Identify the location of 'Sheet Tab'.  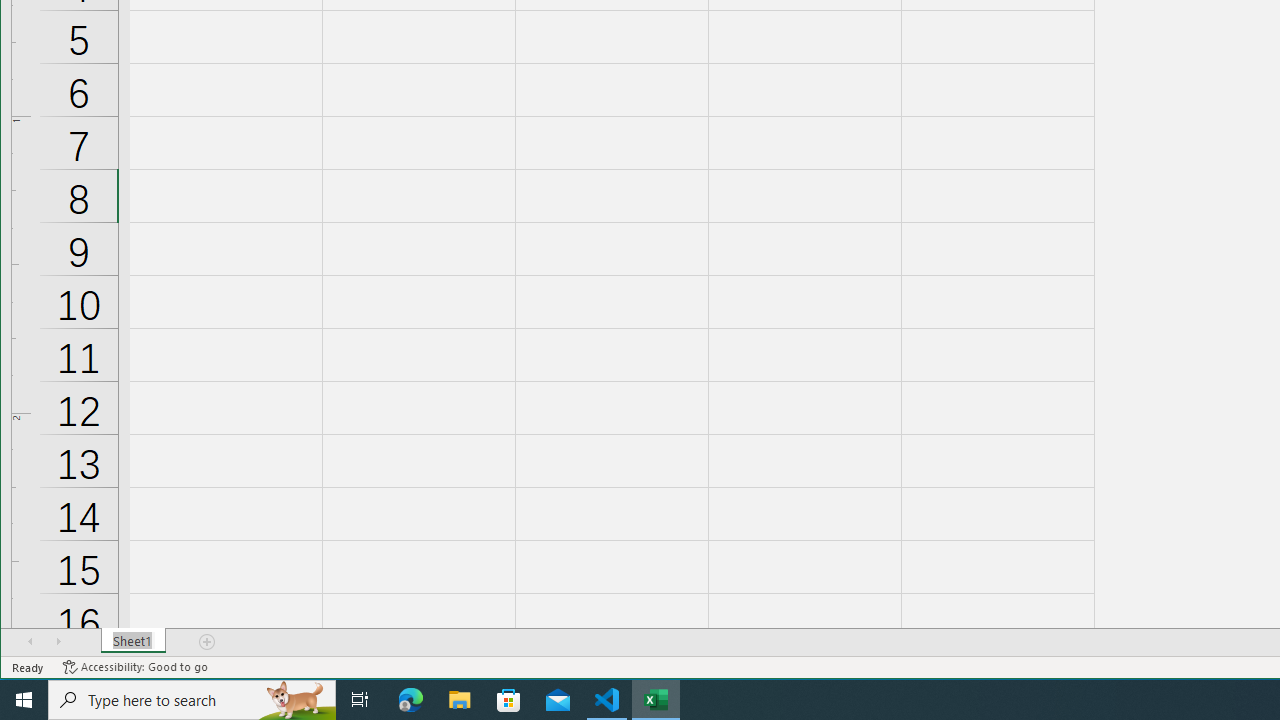
(132, 641).